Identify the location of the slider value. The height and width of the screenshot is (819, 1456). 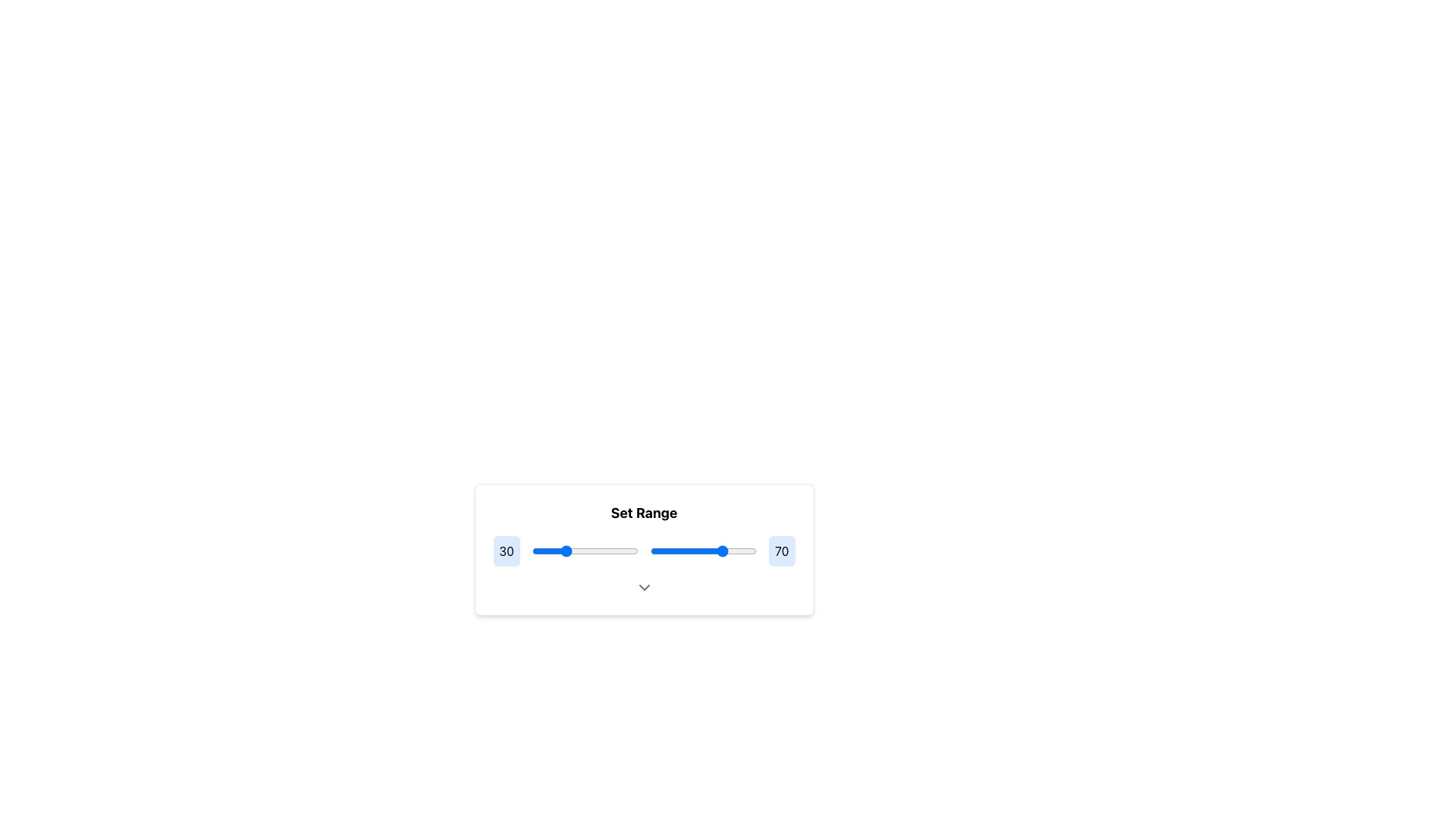
(728, 551).